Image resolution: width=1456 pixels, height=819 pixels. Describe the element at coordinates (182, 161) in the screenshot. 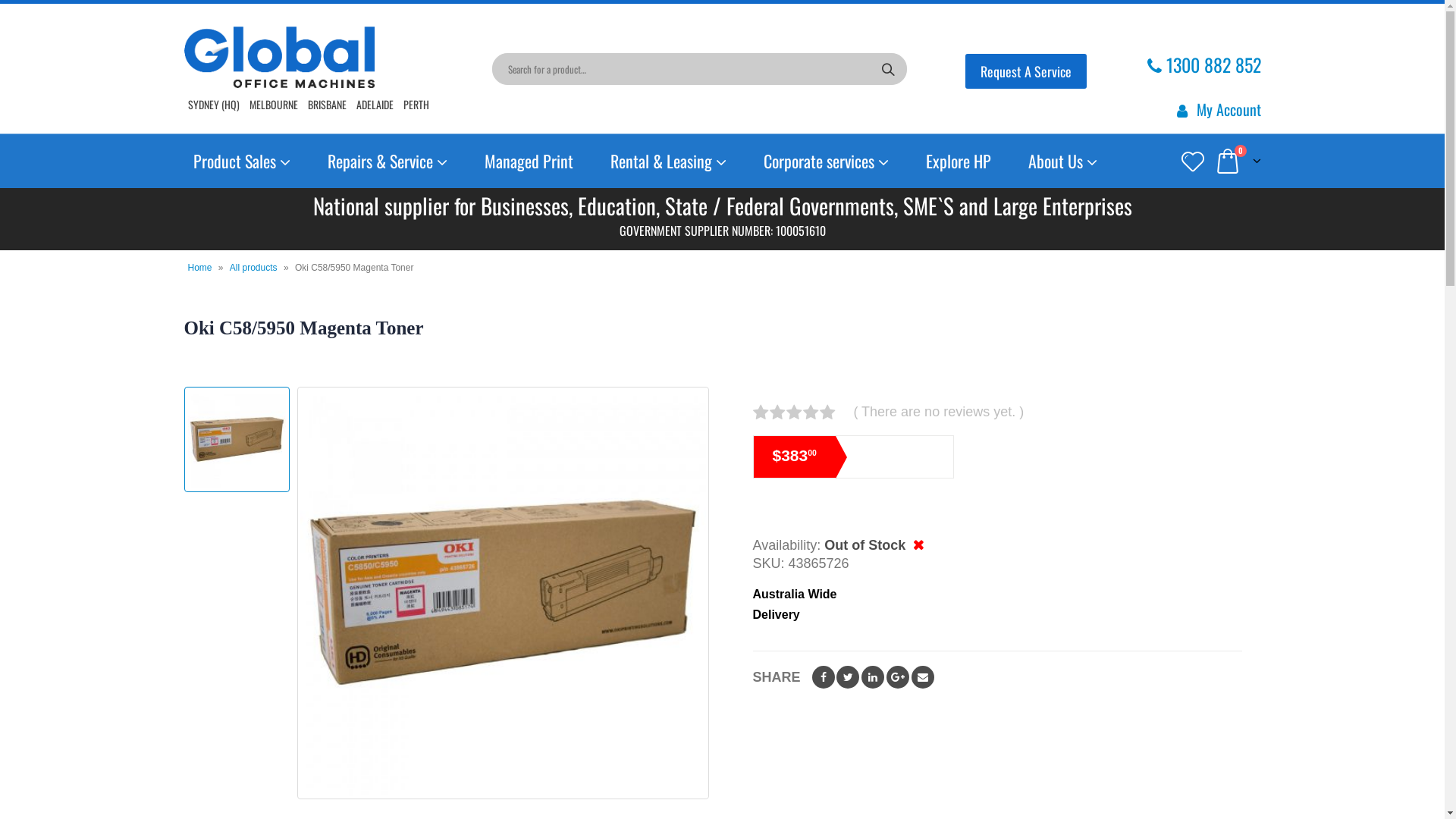

I see `'Product Sales'` at that location.